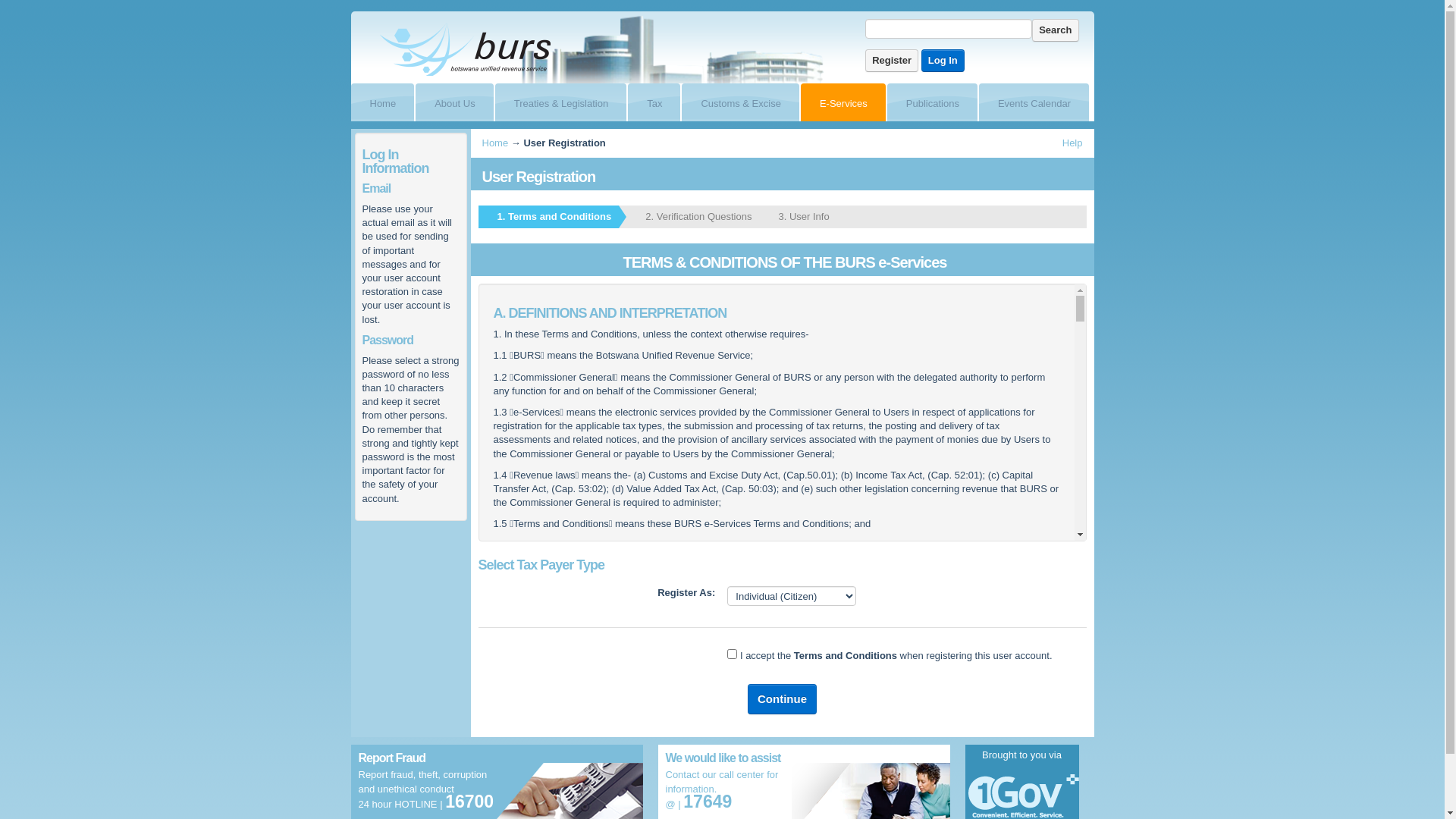  What do you see at coordinates (979, 102) in the screenshot?
I see `'Events Calendar'` at bounding box center [979, 102].